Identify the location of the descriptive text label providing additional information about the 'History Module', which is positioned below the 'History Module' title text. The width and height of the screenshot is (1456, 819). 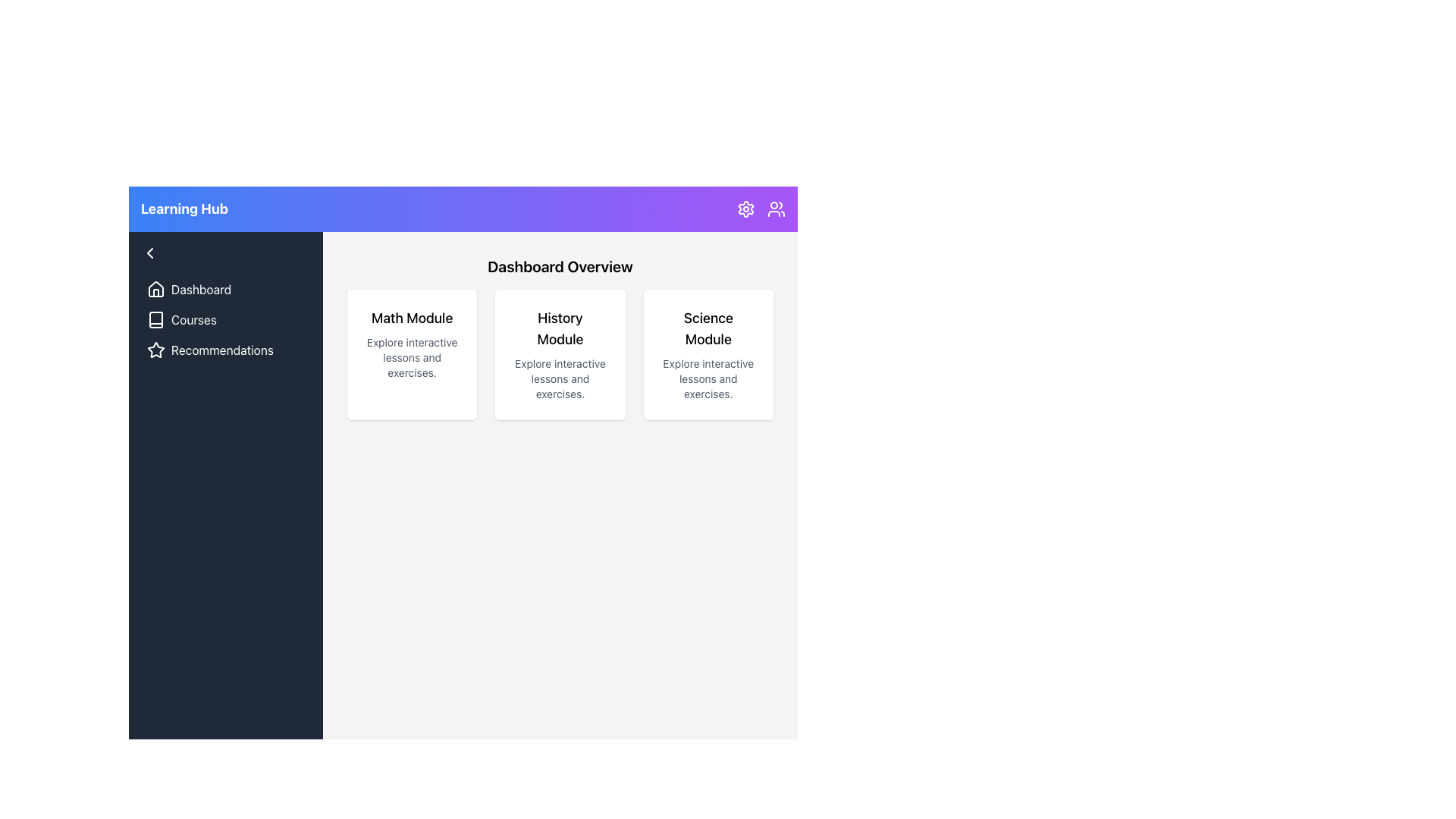
(560, 378).